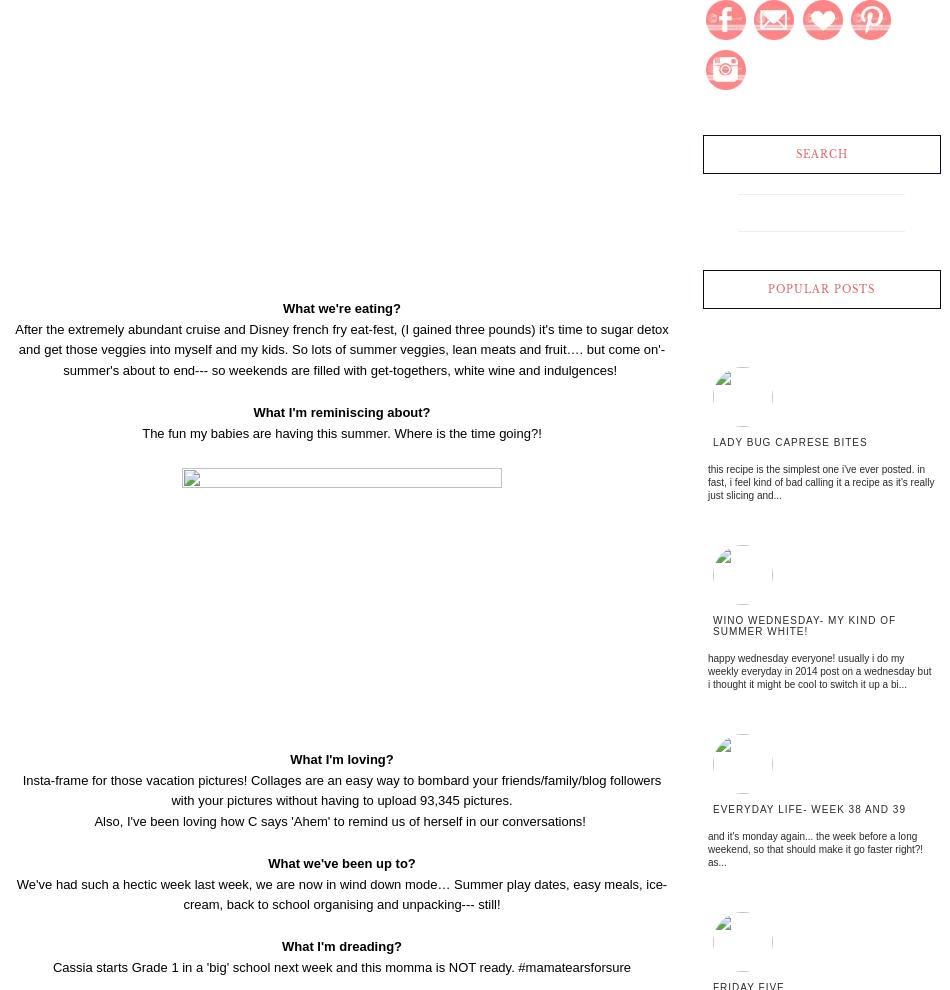 Image resolution: width=950 pixels, height=990 pixels. Describe the element at coordinates (766, 289) in the screenshot. I see `'Popular Posts'` at that location.